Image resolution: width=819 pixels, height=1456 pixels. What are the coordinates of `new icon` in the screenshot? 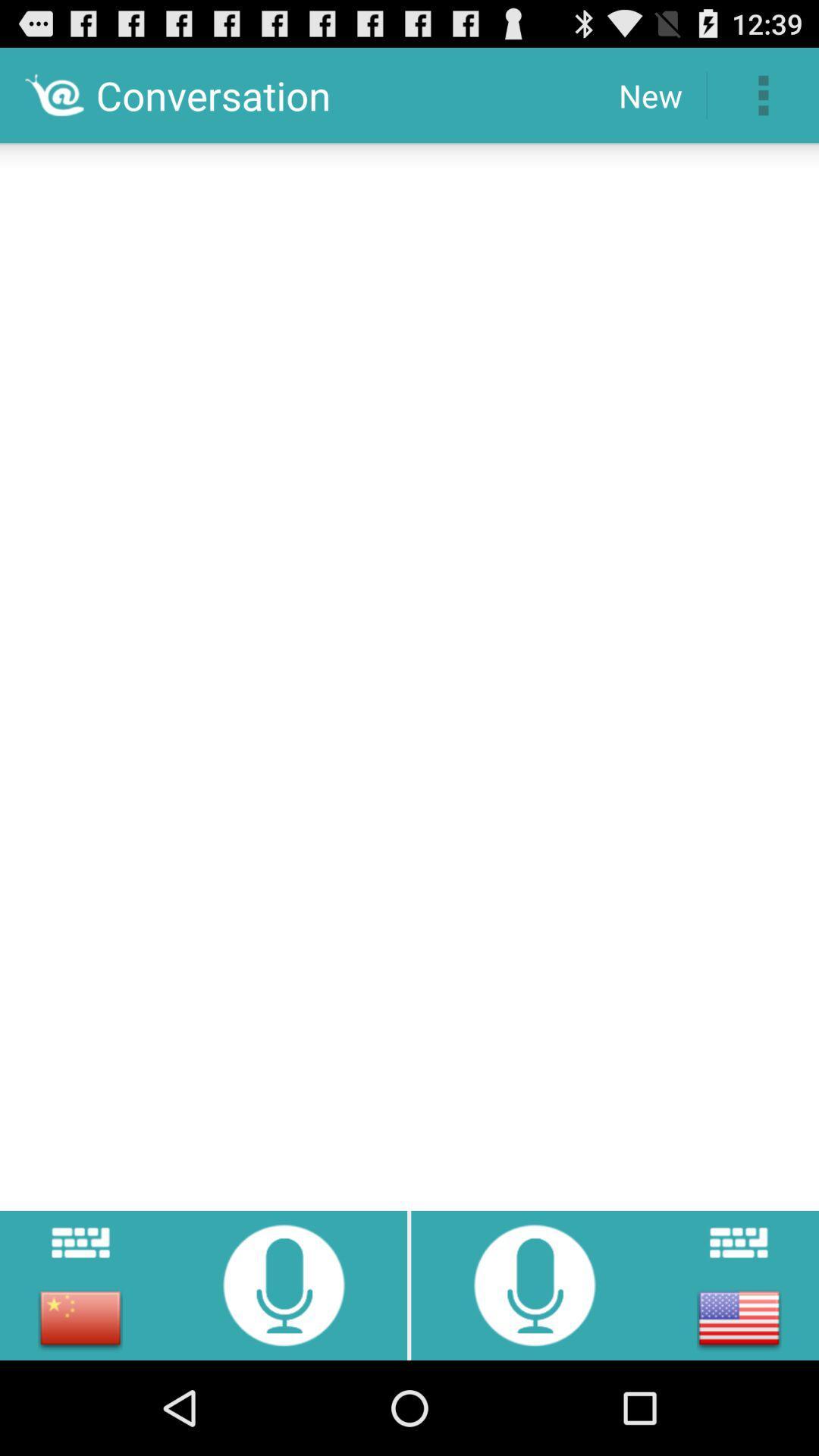 It's located at (649, 94).